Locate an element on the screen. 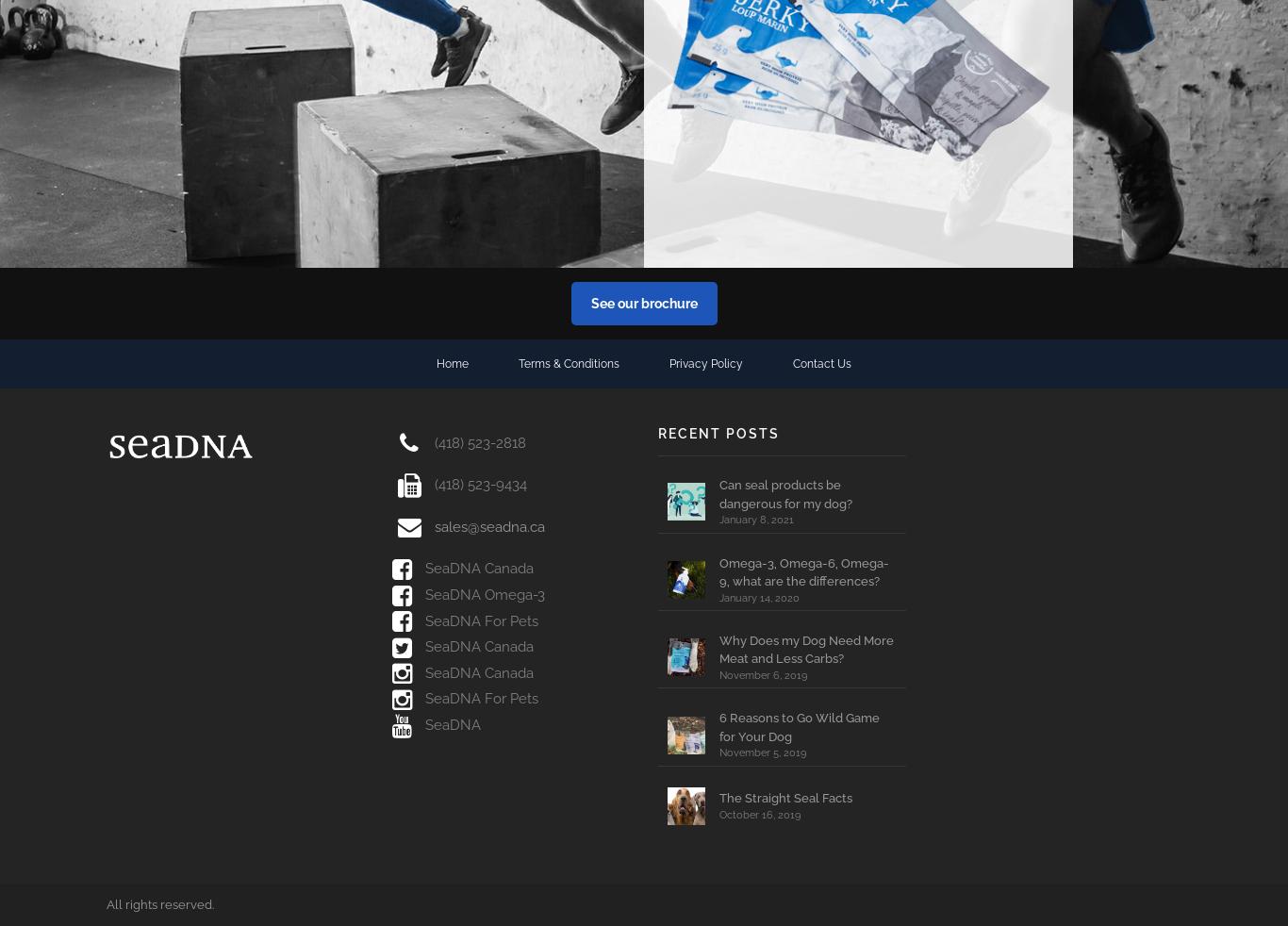  'sales@seadna.ca' is located at coordinates (489, 524).